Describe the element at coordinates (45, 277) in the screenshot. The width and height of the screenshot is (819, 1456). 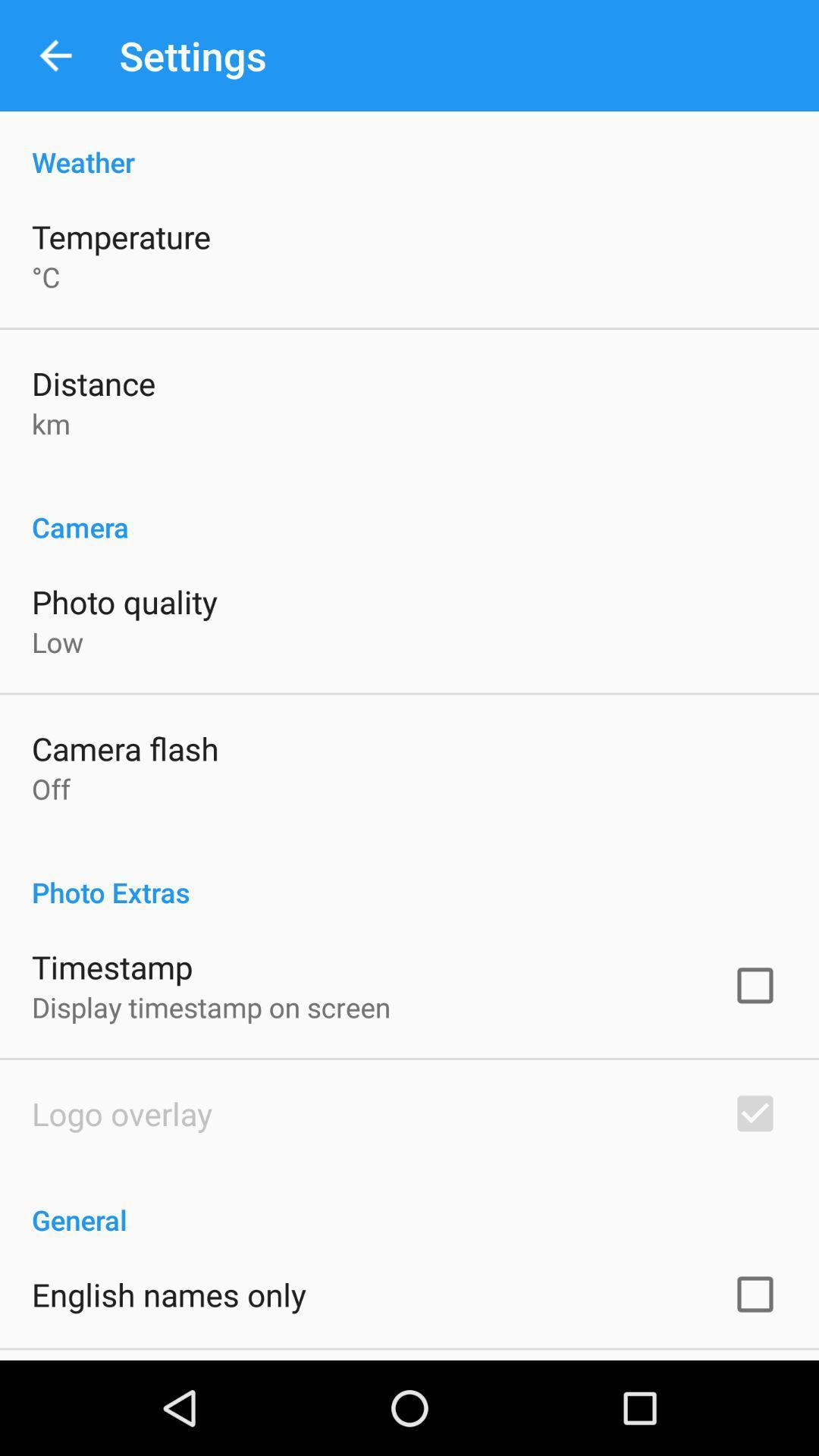
I see `app below the temperature app` at that location.